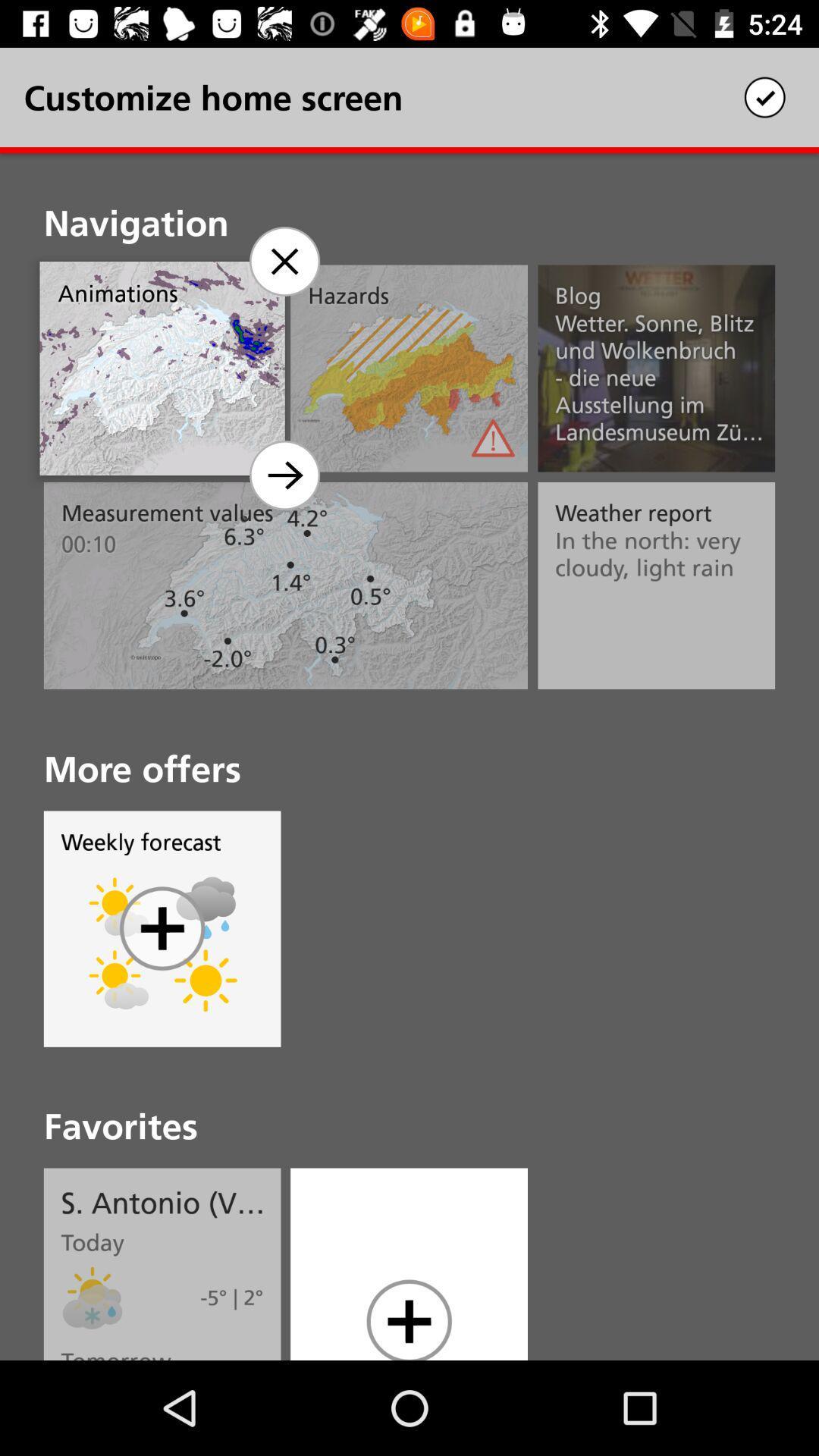 This screenshot has width=819, height=1456. What do you see at coordinates (656, 369) in the screenshot?
I see `the third image which is next to hazards image` at bounding box center [656, 369].